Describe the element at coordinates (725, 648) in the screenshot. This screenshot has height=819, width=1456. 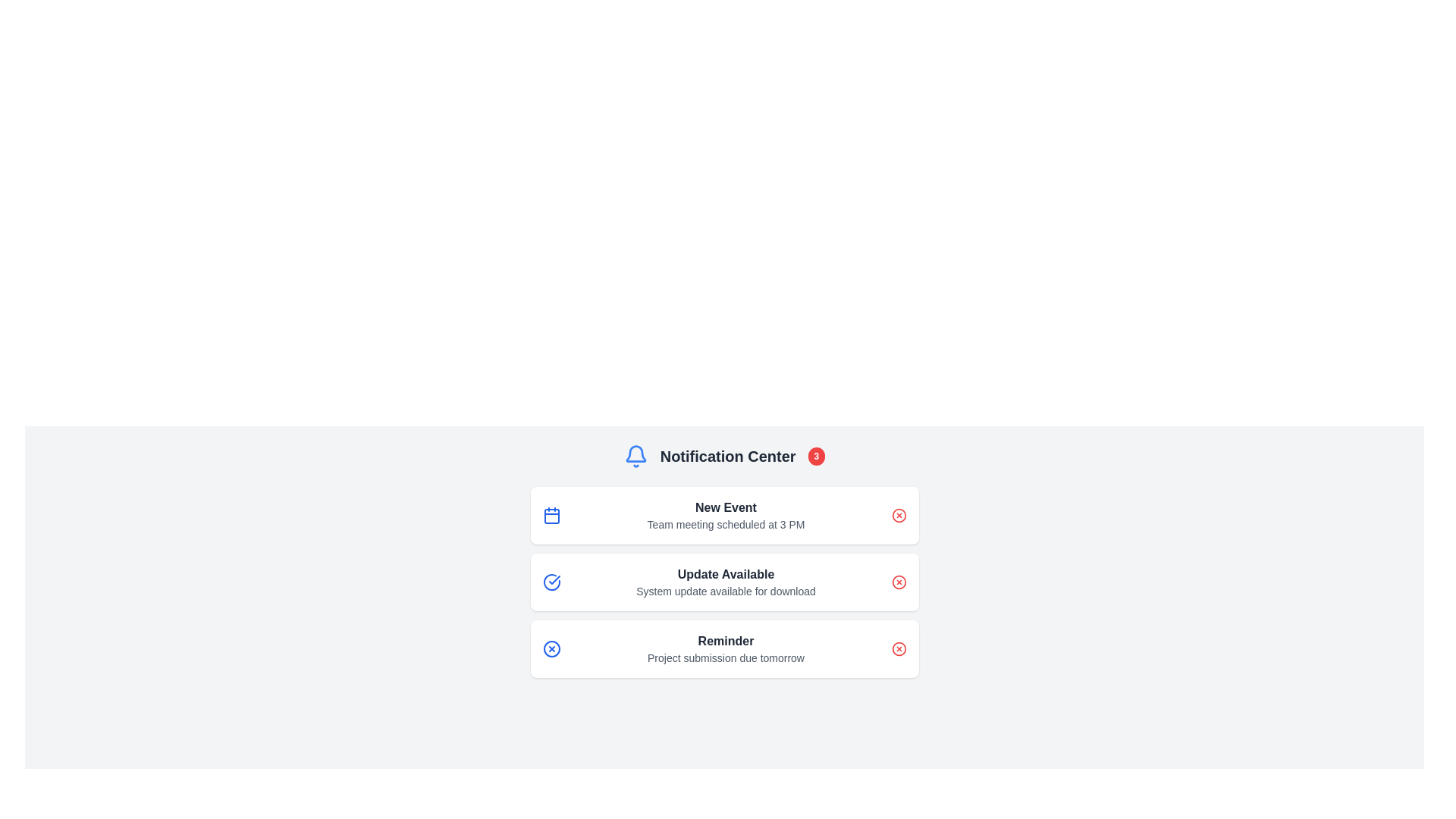
I see `the 'Reminder' text block within the third notification card under the 'Notification Center' heading, which contains the description 'Project submission due tomorrow'` at that location.